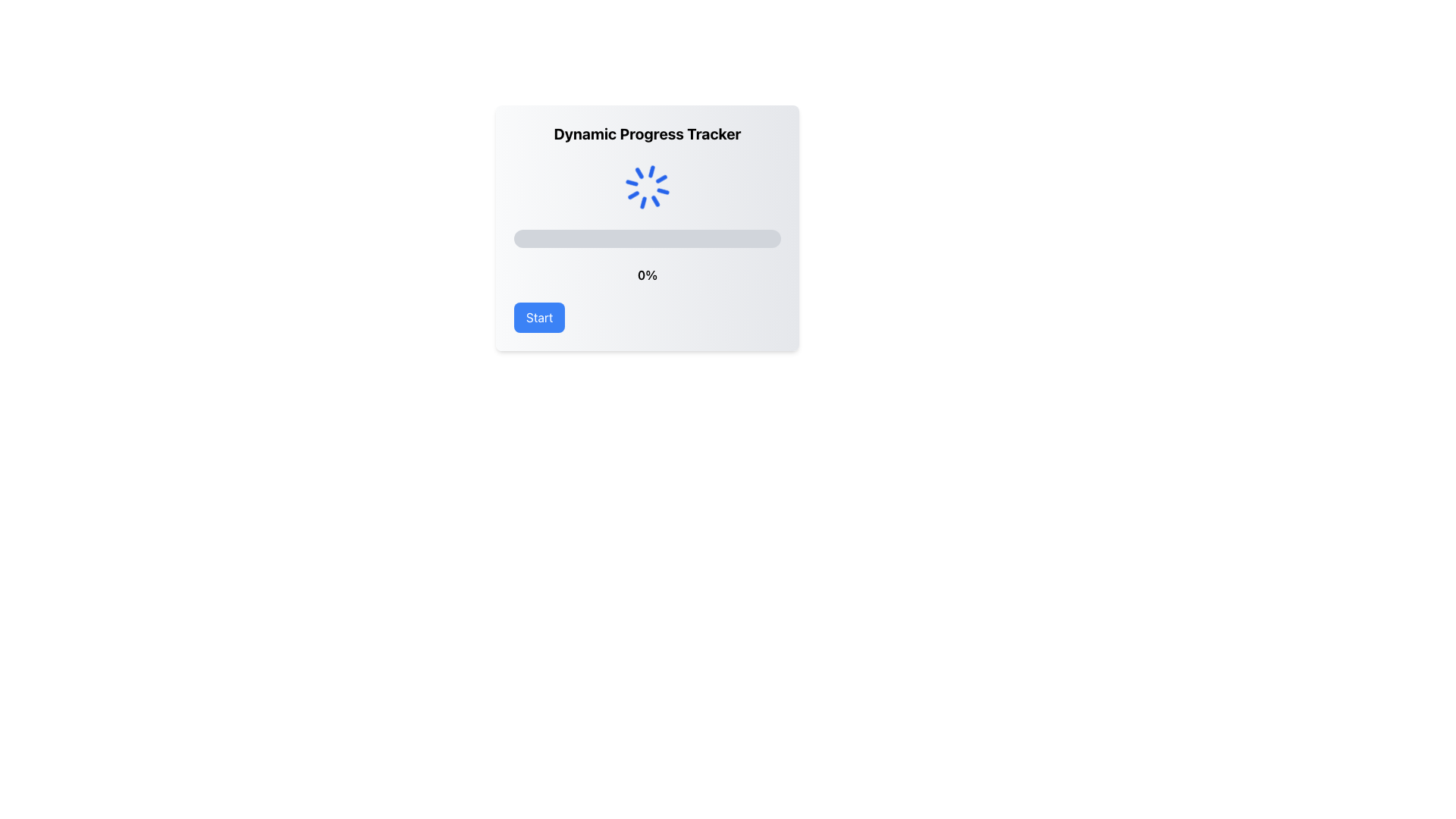 This screenshot has height=819, width=1456. Describe the element at coordinates (652, 202) in the screenshot. I see `the vertical line of the blue circular loading graphic located at the top-central part of the spinner icon` at that location.